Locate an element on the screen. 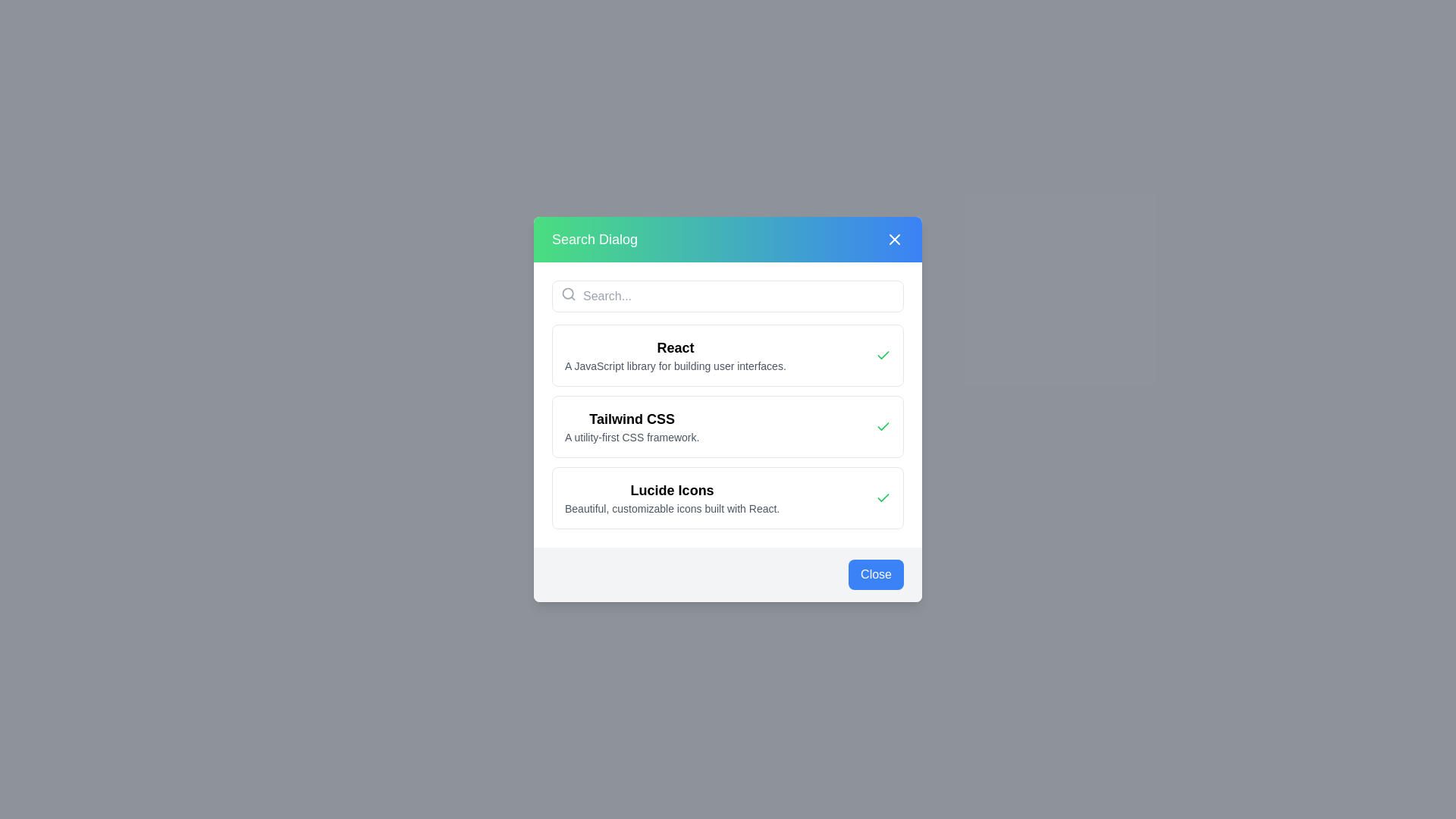  the checkbox located to the far-right side of the second row, next to the label 'Tailwind CSS: A utility-first CSS framework,' is located at coordinates (883, 427).